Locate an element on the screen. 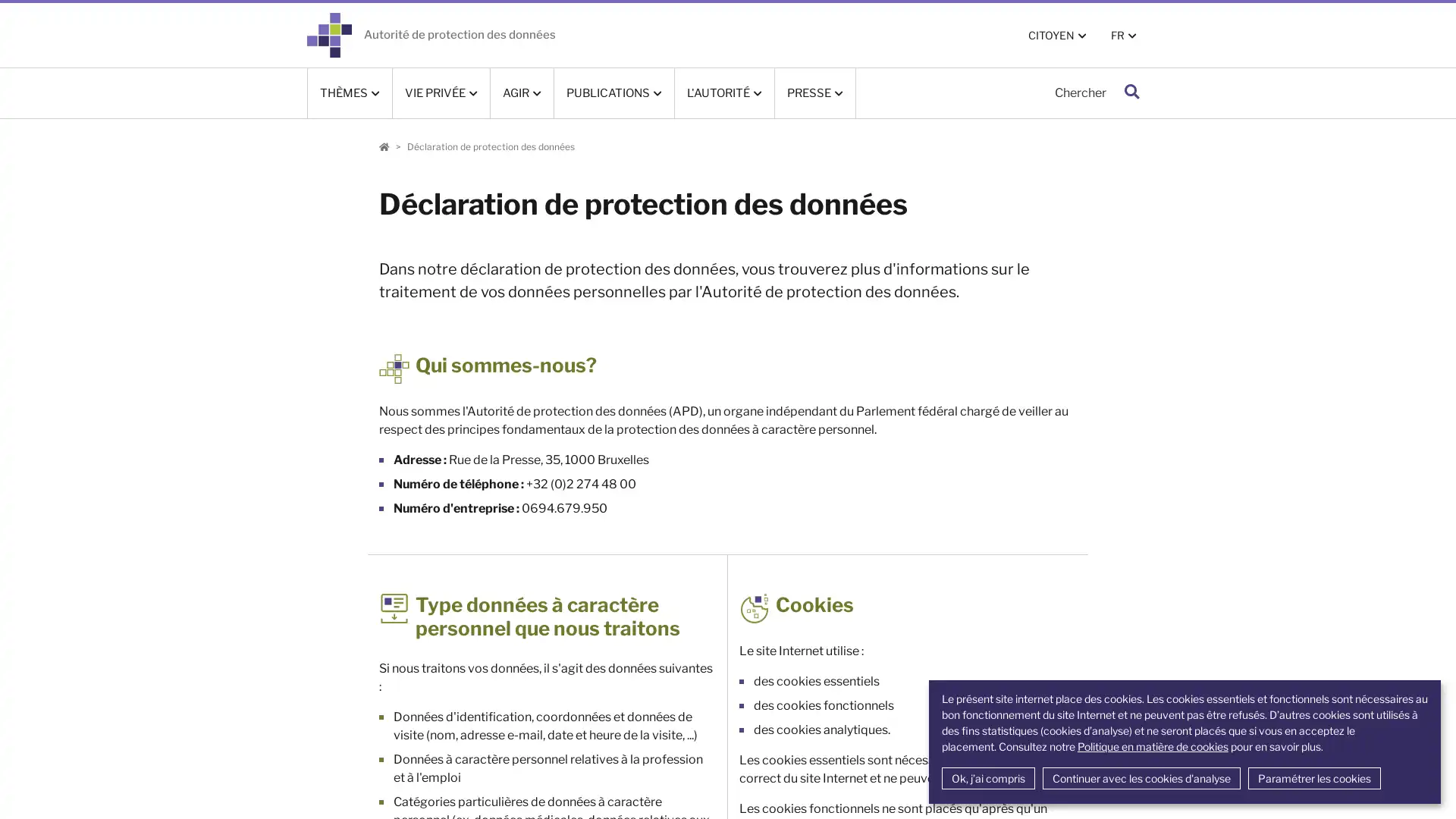  Continuer avec les cookies d'analyse is located at coordinates (1141, 778).